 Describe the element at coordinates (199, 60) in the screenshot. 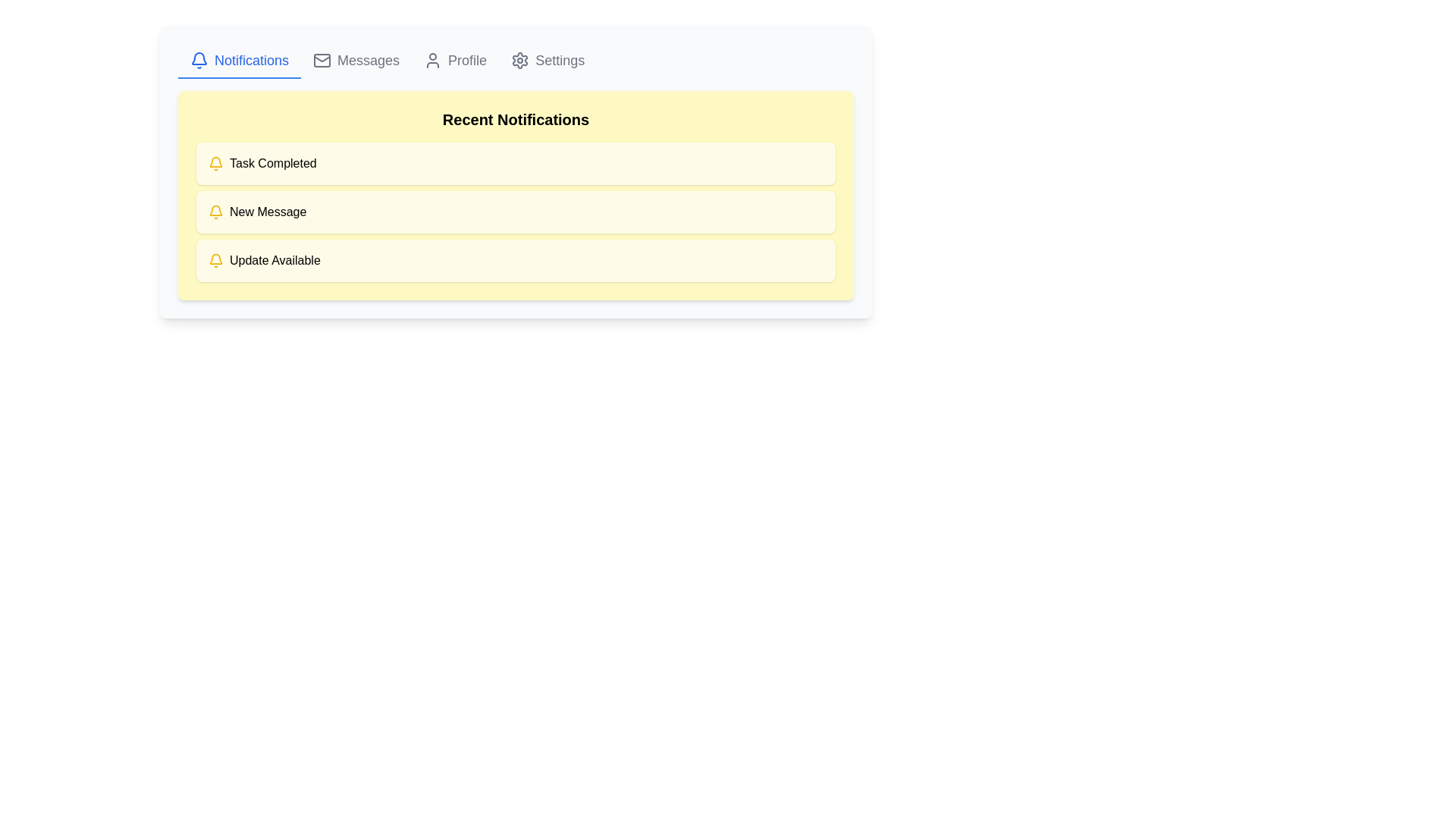

I see `the blue bell icon in the navigation bar next to the 'Notifications' text` at that location.